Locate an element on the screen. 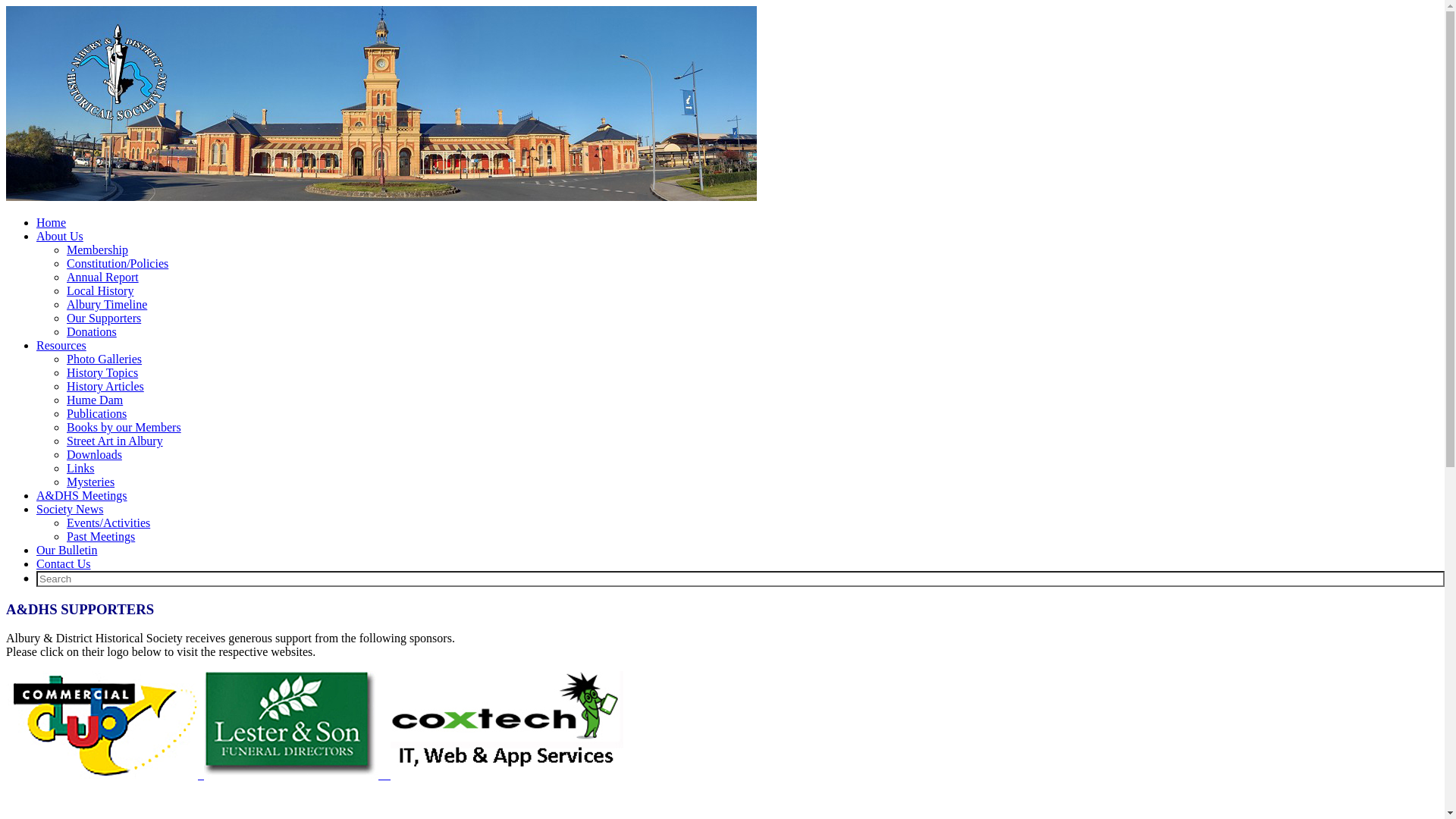  'About Us' is located at coordinates (36, 236).